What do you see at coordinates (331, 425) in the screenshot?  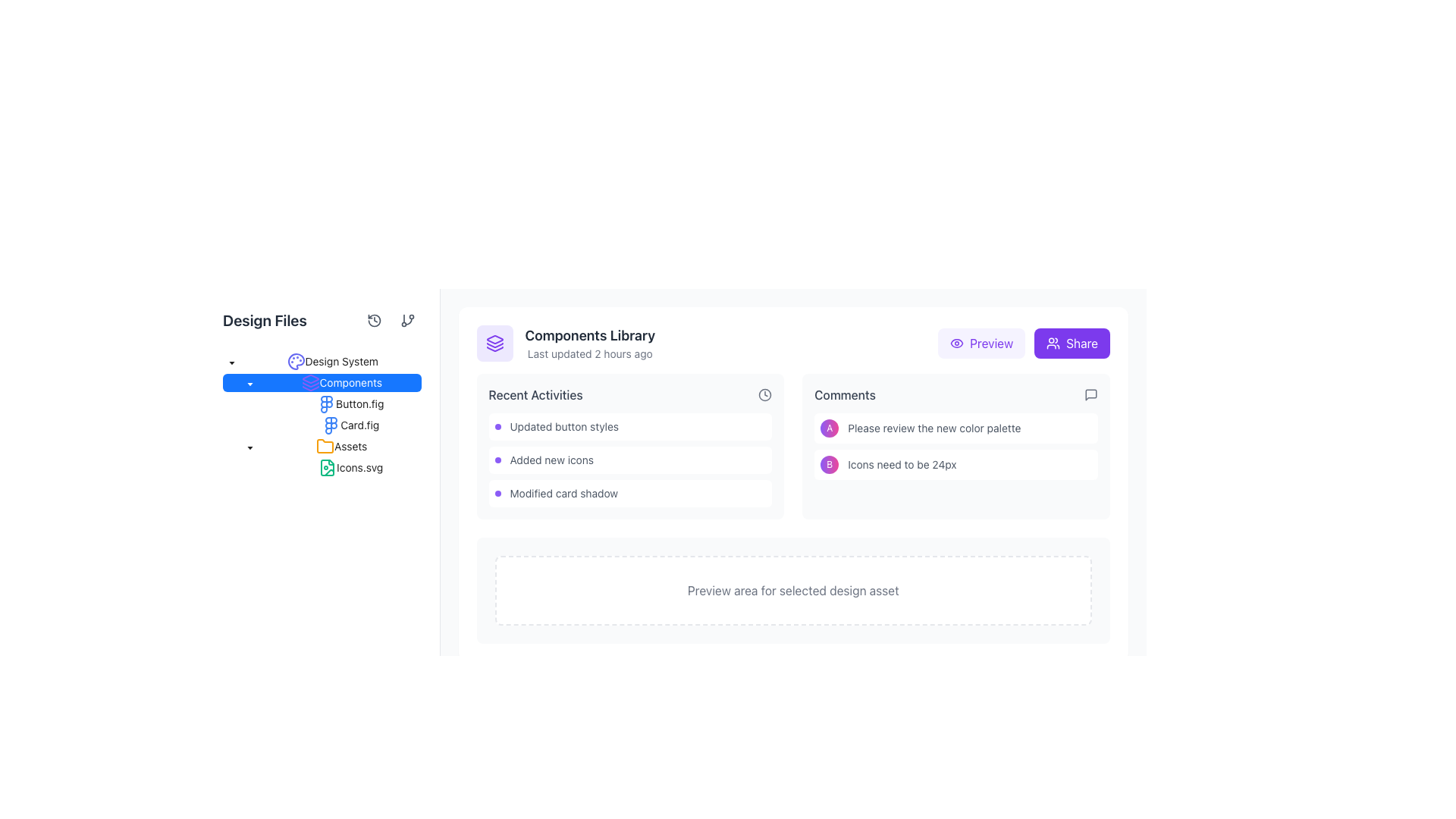 I see `the blue Figma-like icon in the fourth position of the Components list under the 'Card.fig' node` at bounding box center [331, 425].